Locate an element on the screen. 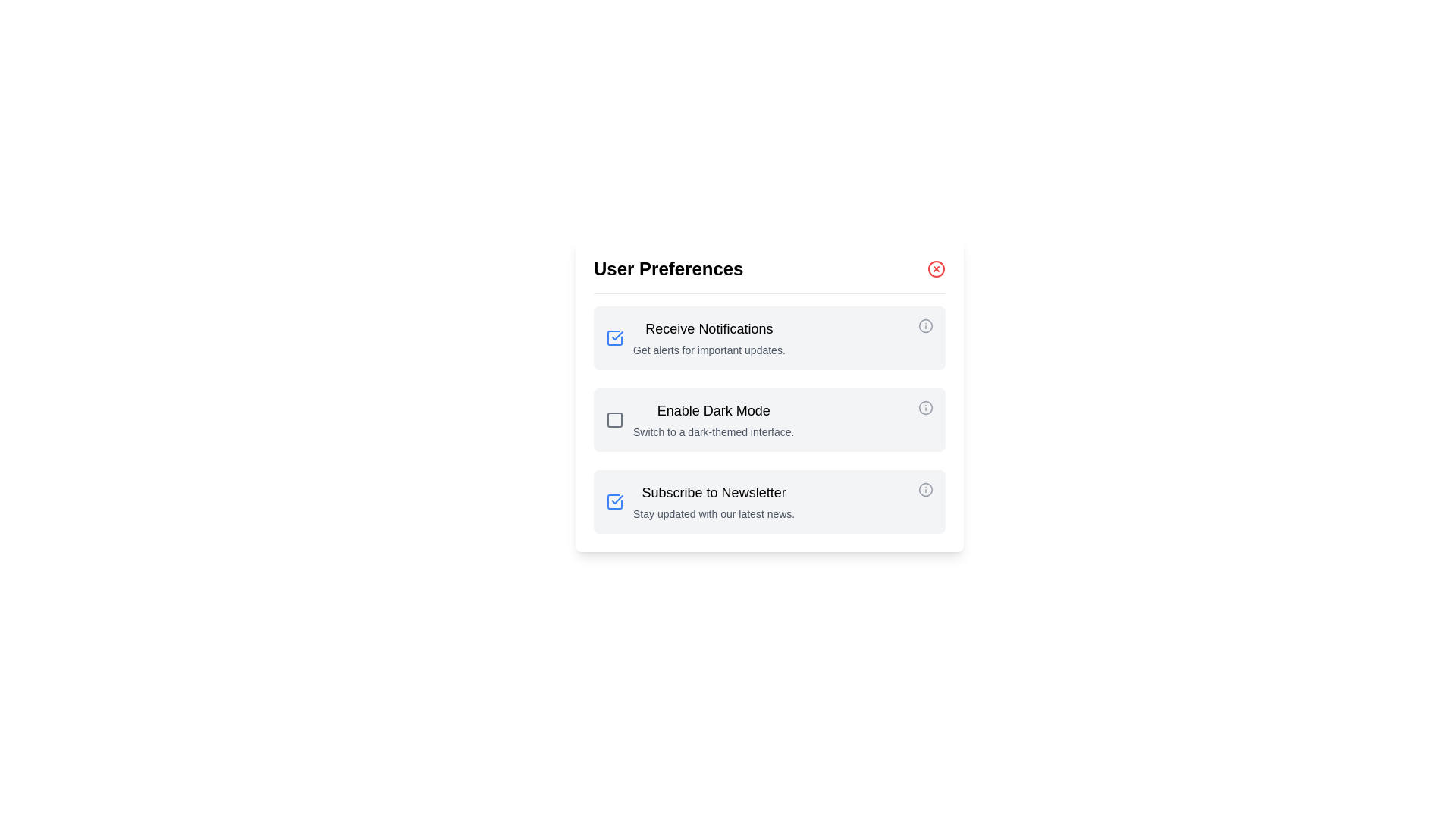 Image resolution: width=1456 pixels, height=819 pixels. the close icon located in the top-right corner of the 'User Preferences' card, which is represented by an X in a circle SVG is located at coordinates (935, 268).